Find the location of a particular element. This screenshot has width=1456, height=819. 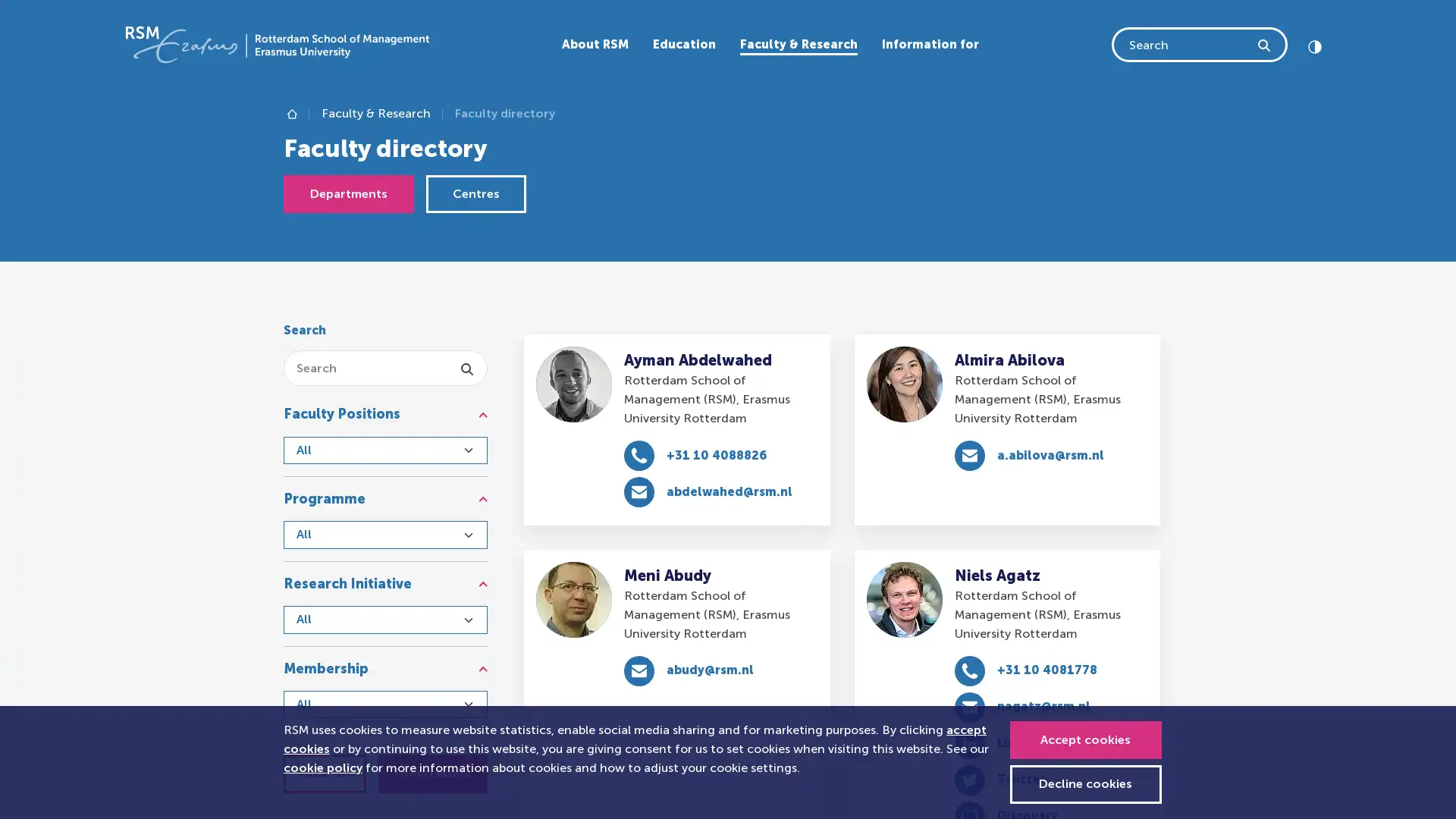

Click to set high contrast Contrast off is located at coordinates (1313, 43).